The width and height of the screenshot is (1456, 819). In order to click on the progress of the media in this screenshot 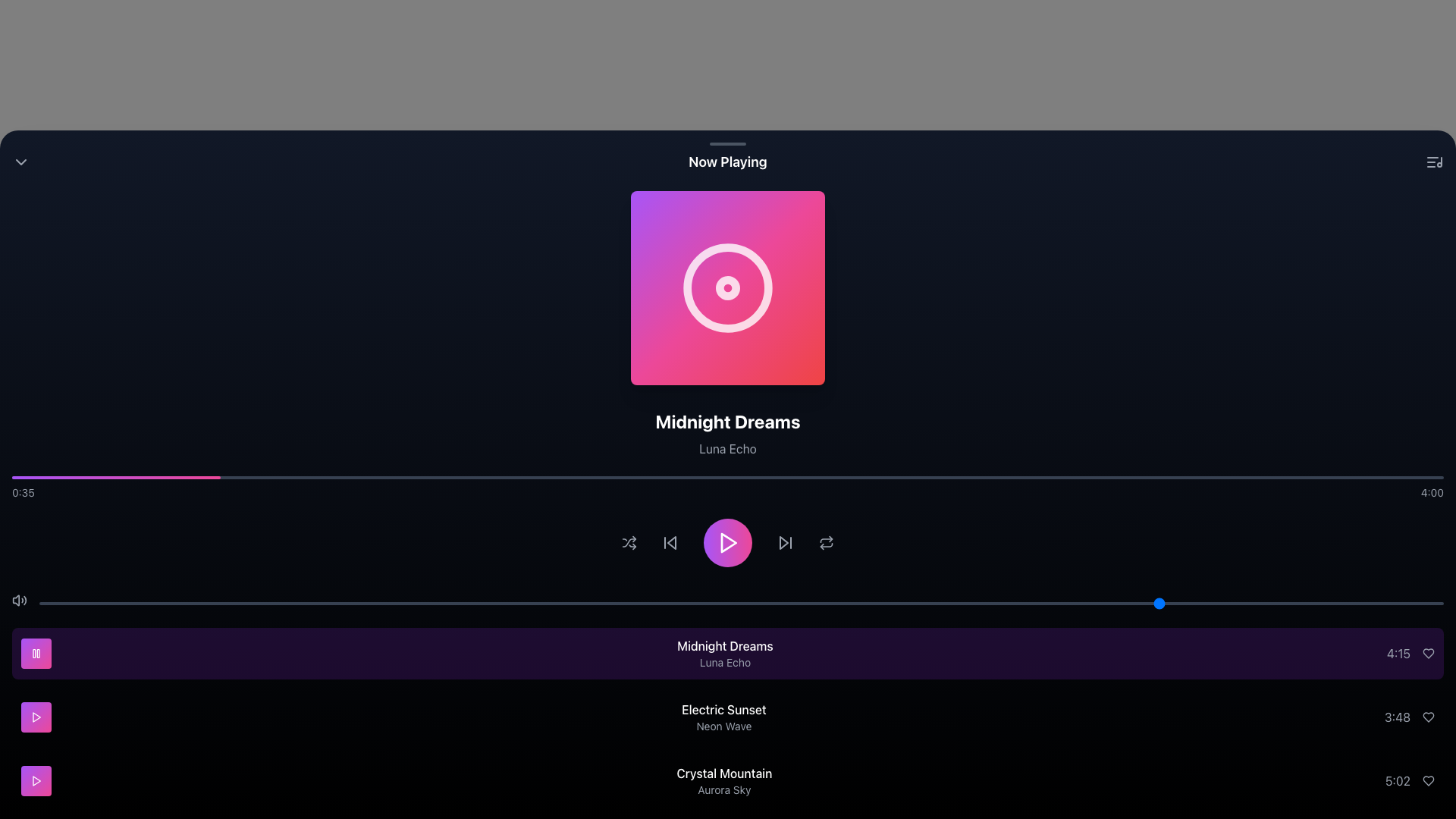, I will do `click(1084, 476)`.